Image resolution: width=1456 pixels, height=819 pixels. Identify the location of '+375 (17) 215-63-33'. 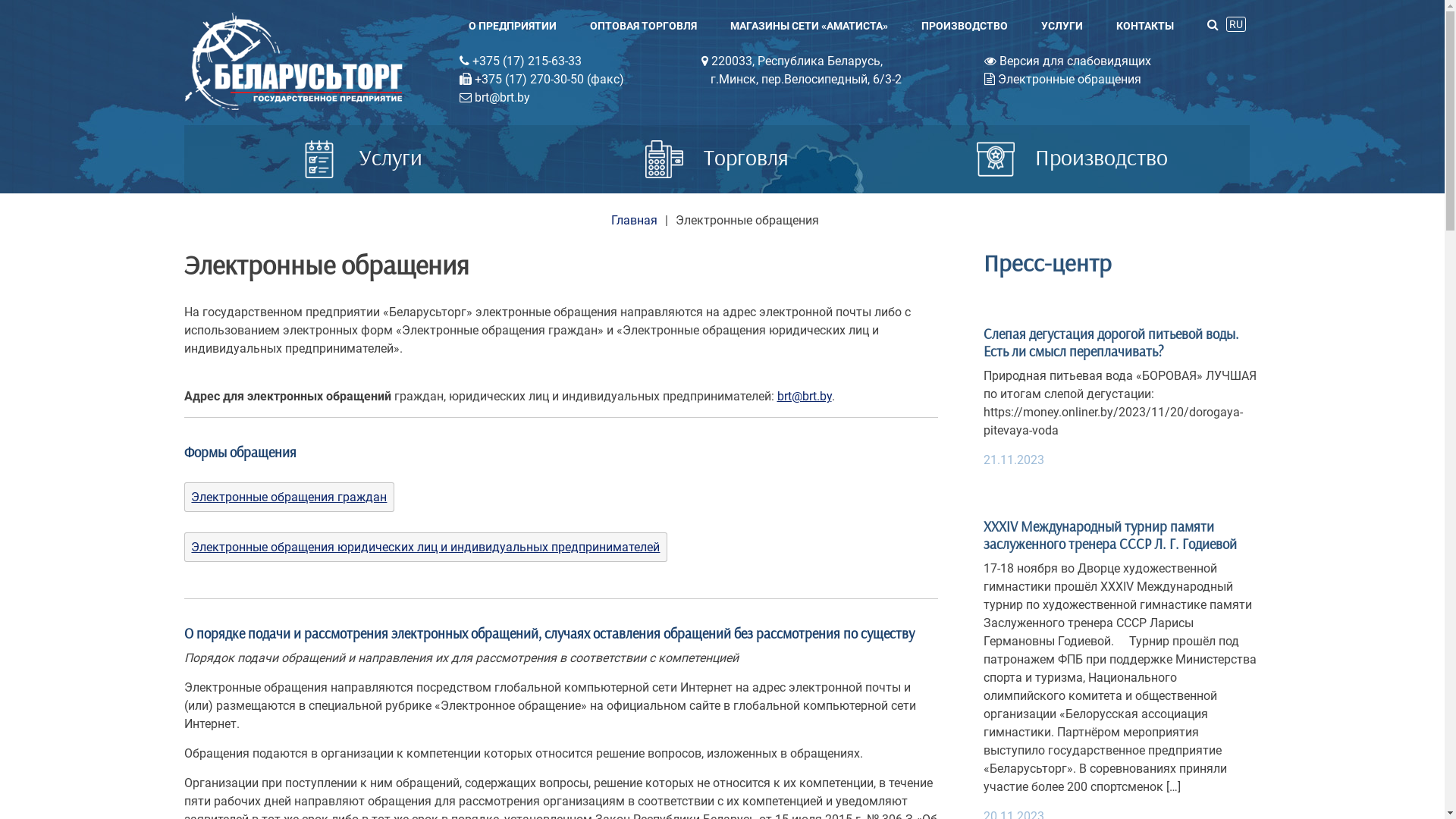
(520, 60).